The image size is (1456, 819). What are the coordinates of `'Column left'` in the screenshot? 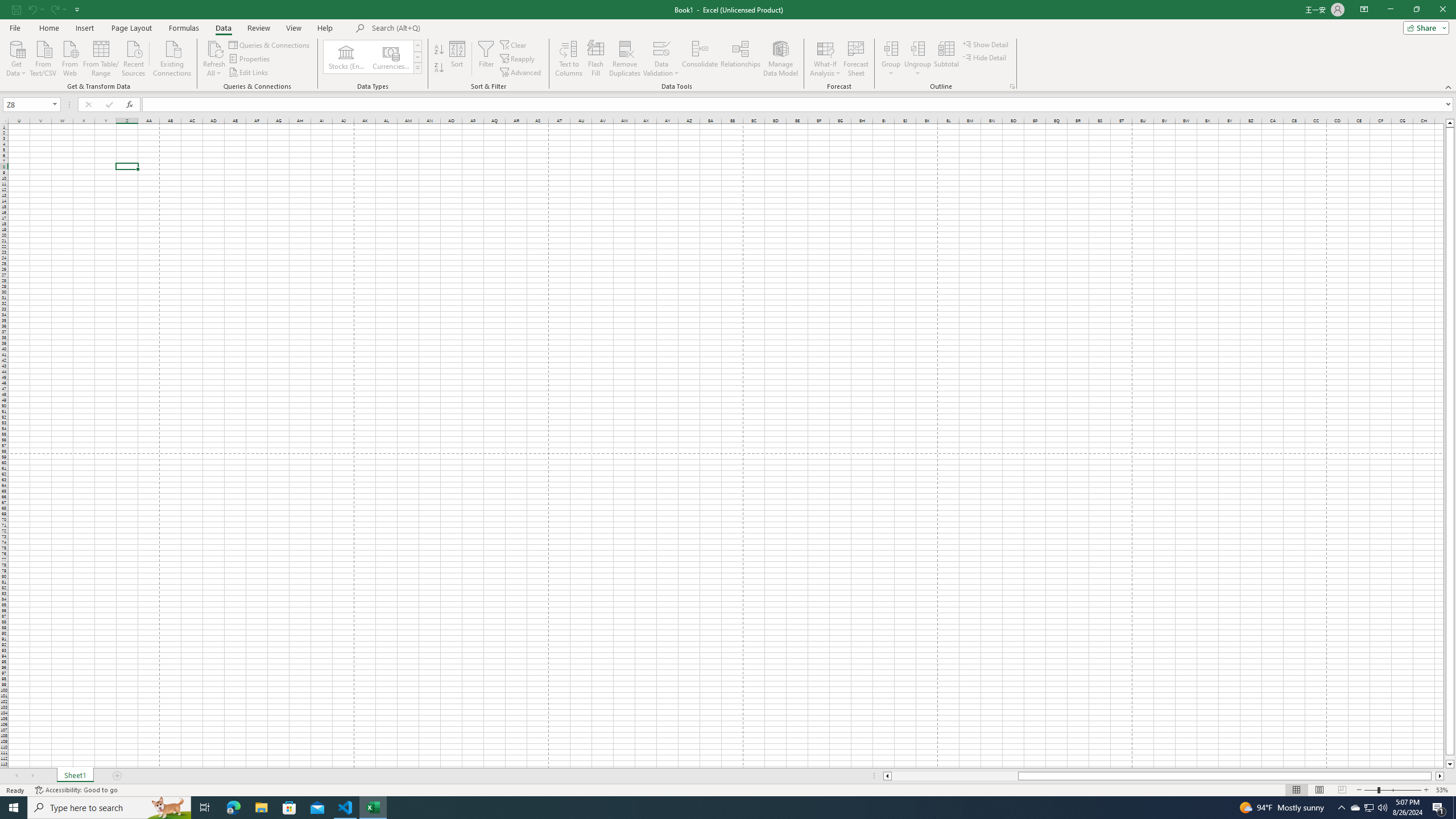 It's located at (886, 775).